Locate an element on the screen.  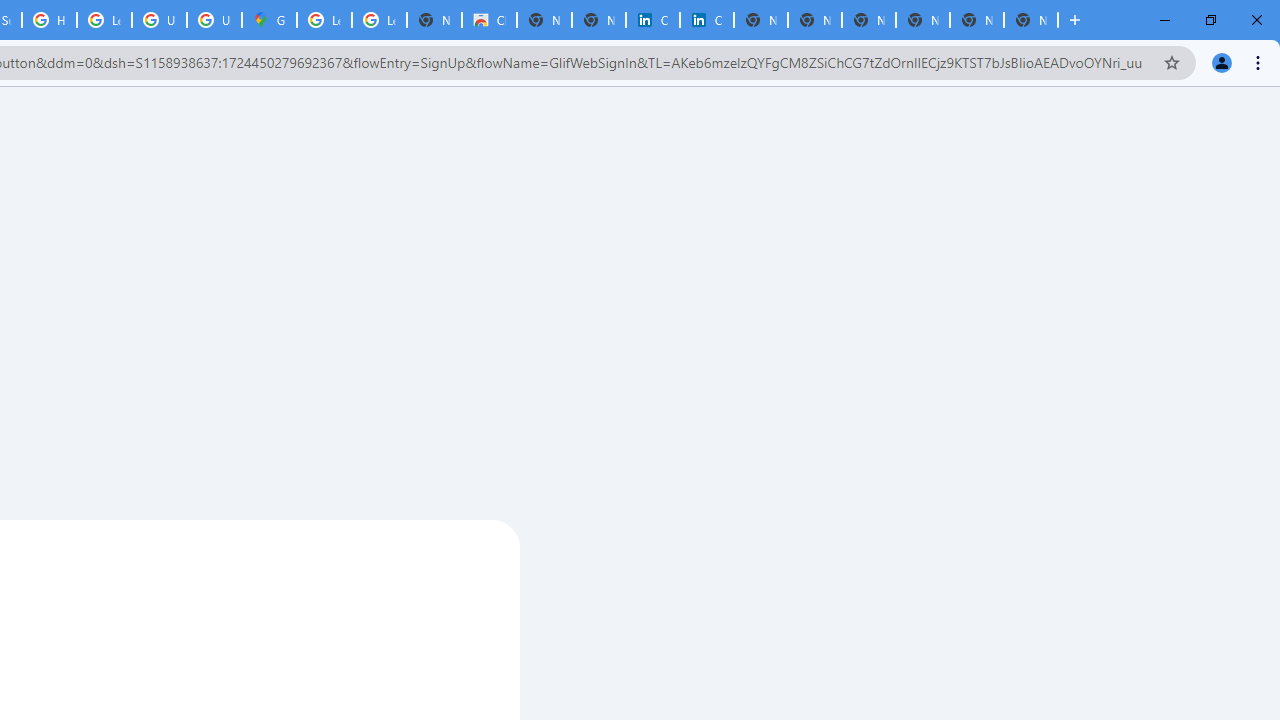
'Cookie Policy | LinkedIn' is located at coordinates (706, 20).